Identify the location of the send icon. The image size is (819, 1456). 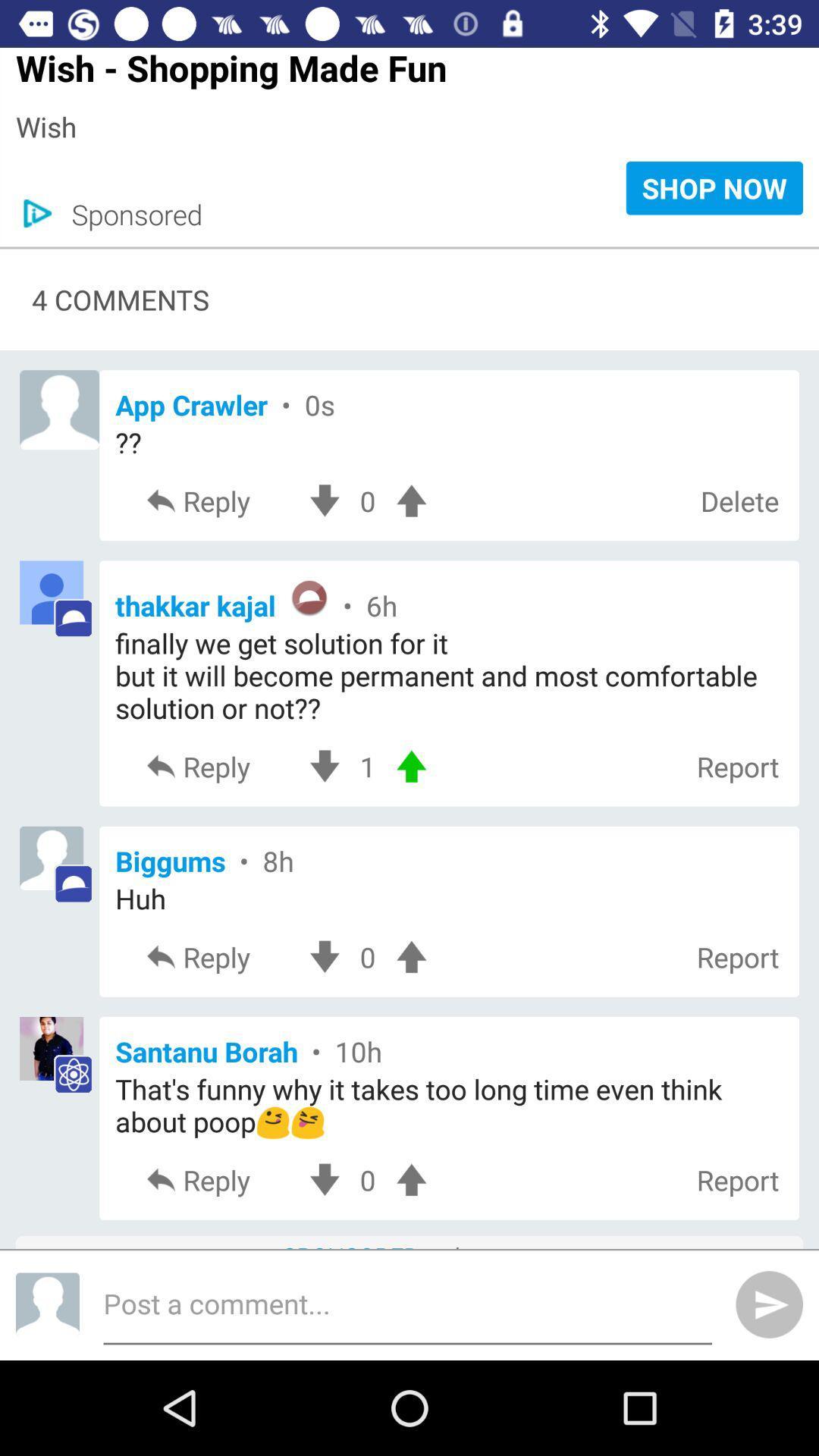
(769, 1304).